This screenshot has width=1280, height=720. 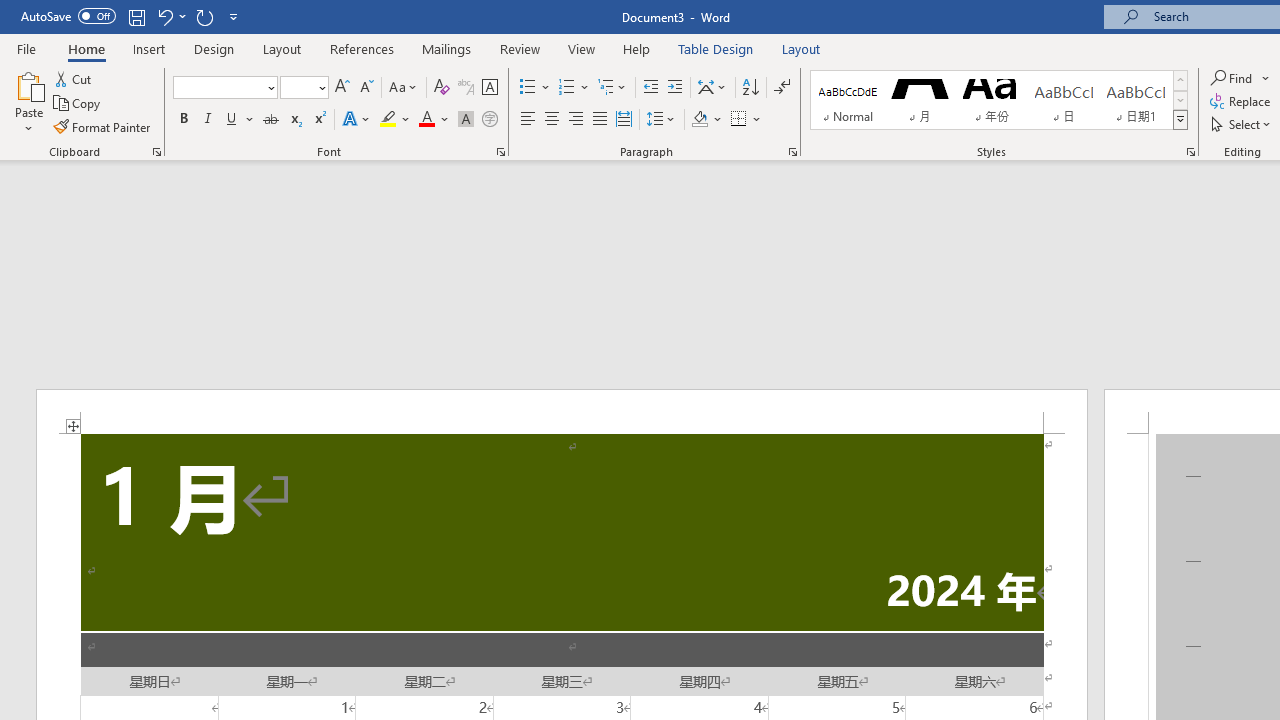 I want to click on 'Styles', so click(x=1180, y=120).